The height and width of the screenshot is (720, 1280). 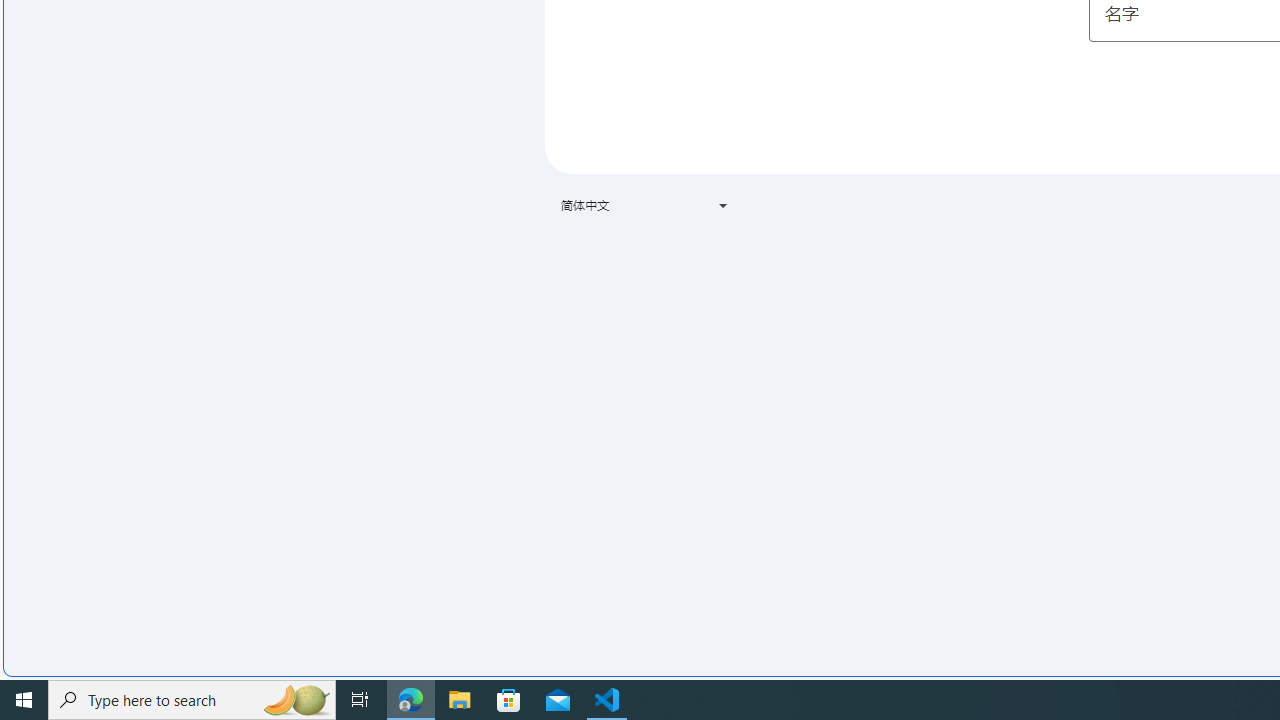 I want to click on 'Class: VfPpkd-t08AT-Bz112c-Bd00G', so click(x=722, y=205).